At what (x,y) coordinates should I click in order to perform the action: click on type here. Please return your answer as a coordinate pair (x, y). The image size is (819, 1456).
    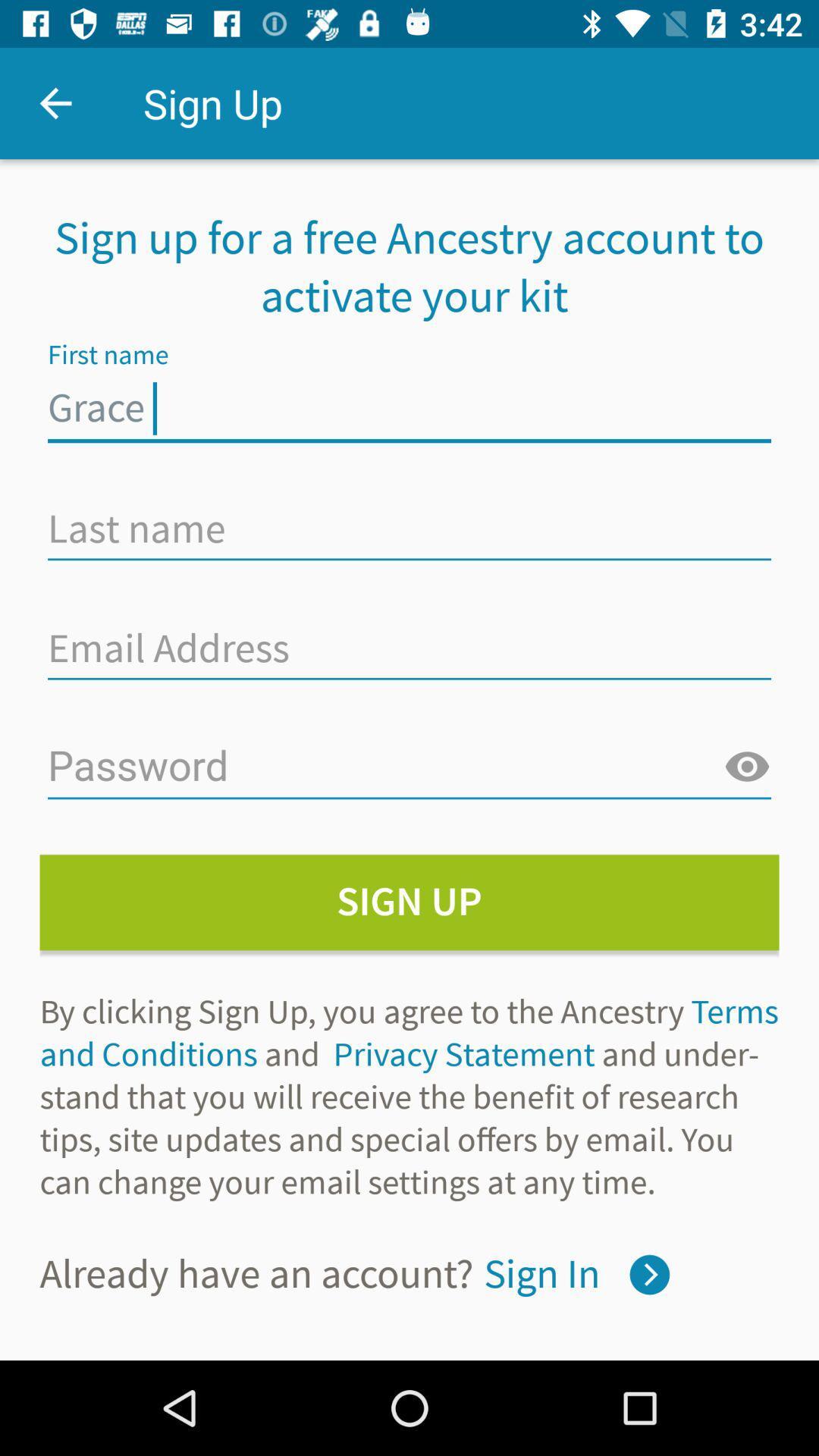
    Looking at the image, I should click on (409, 529).